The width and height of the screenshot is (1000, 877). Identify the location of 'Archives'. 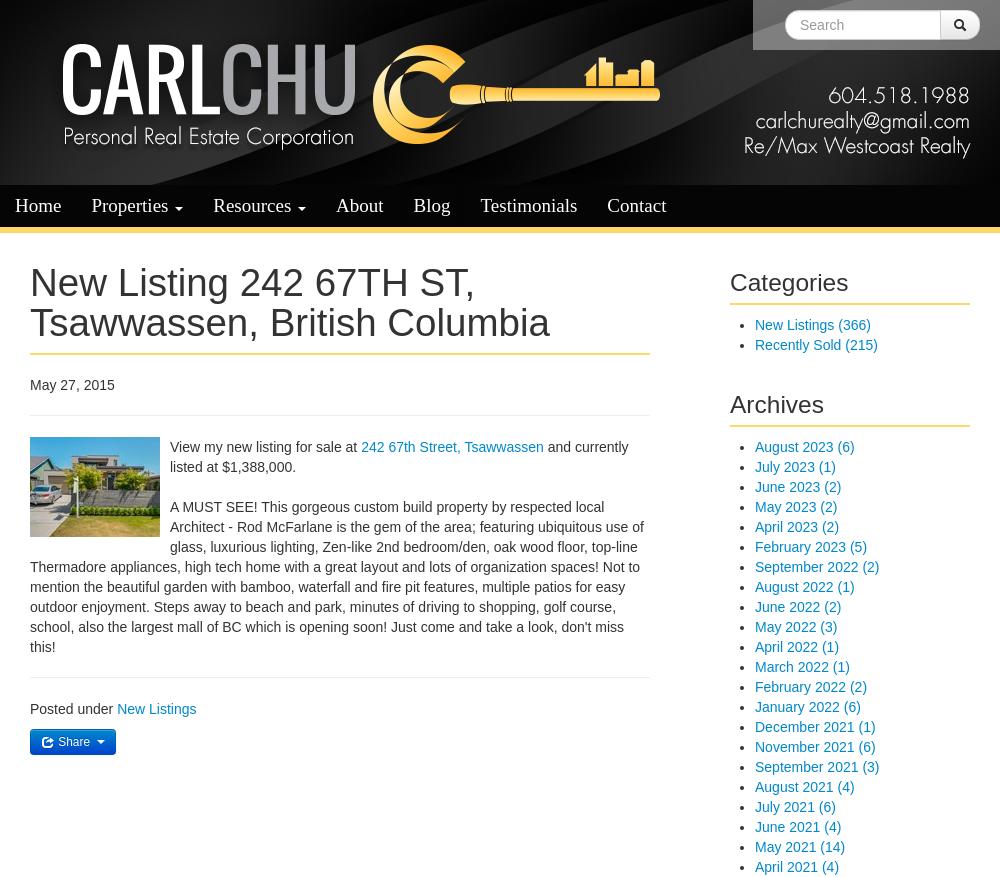
(776, 403).